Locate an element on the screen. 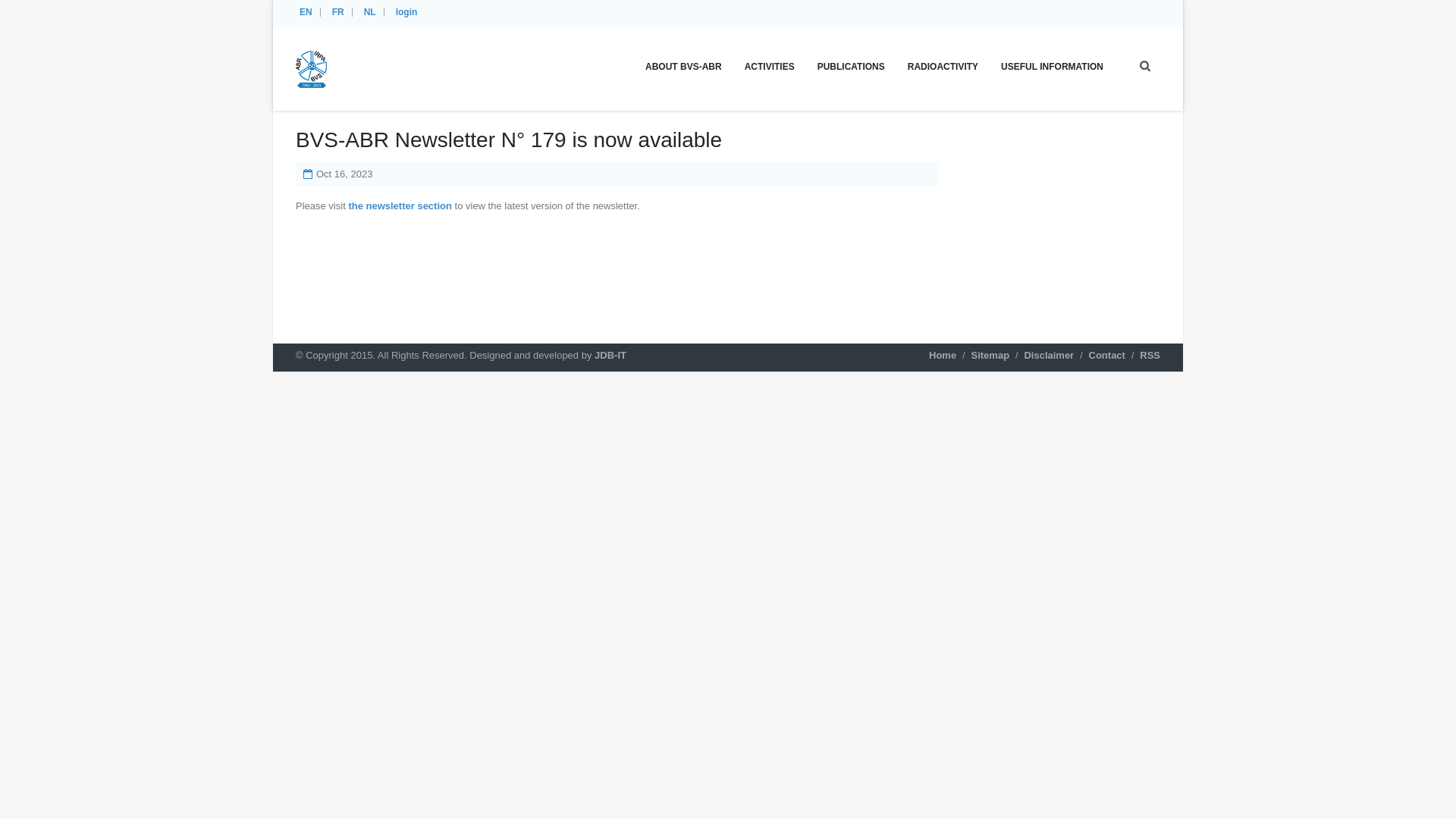 Image resolution: width=1456 pixels, height=819 pixels. 'Sitemap' is located at coordinates (990, 355).